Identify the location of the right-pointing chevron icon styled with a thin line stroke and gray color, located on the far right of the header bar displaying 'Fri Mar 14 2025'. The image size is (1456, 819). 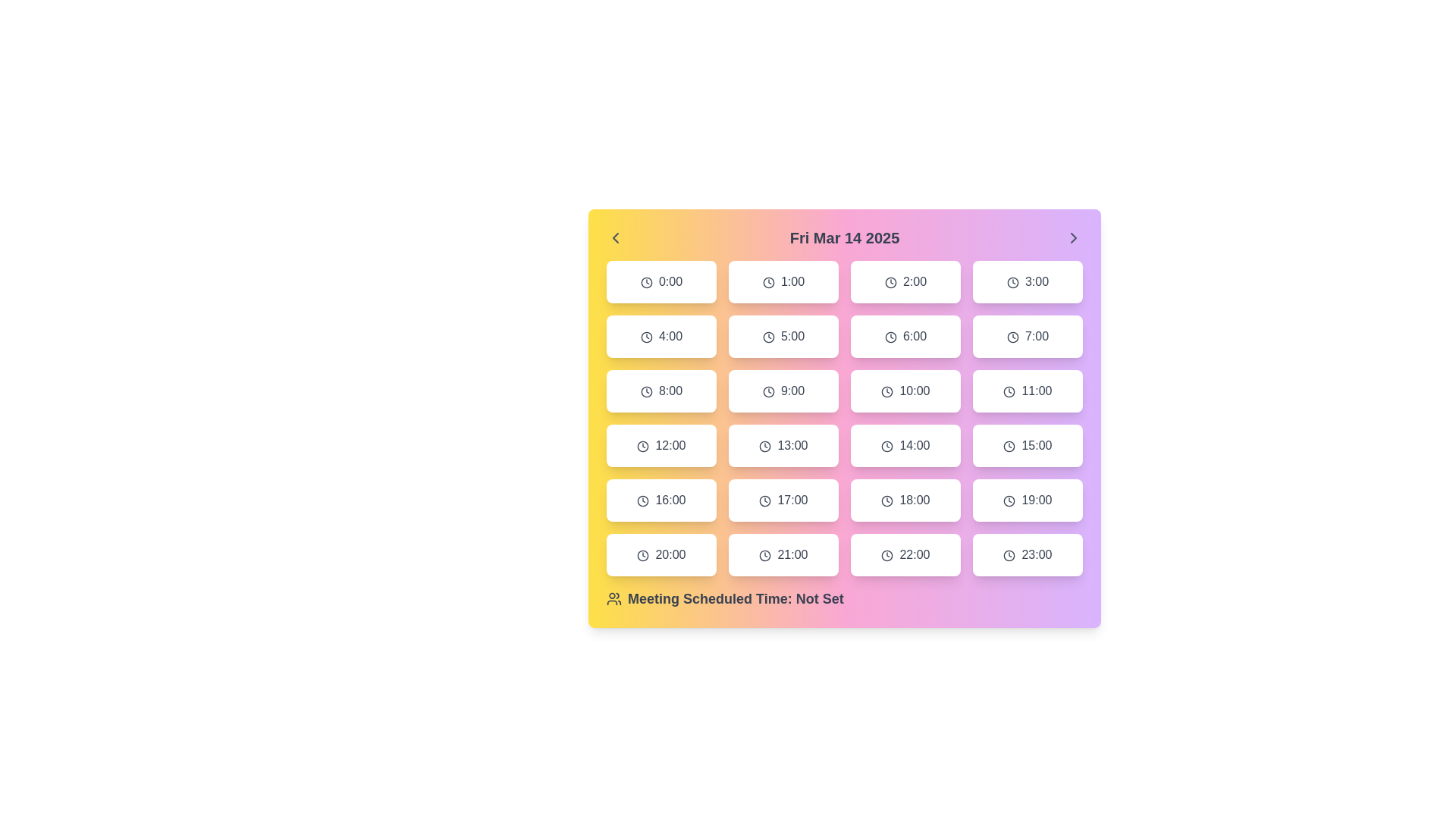
(1073, 237).